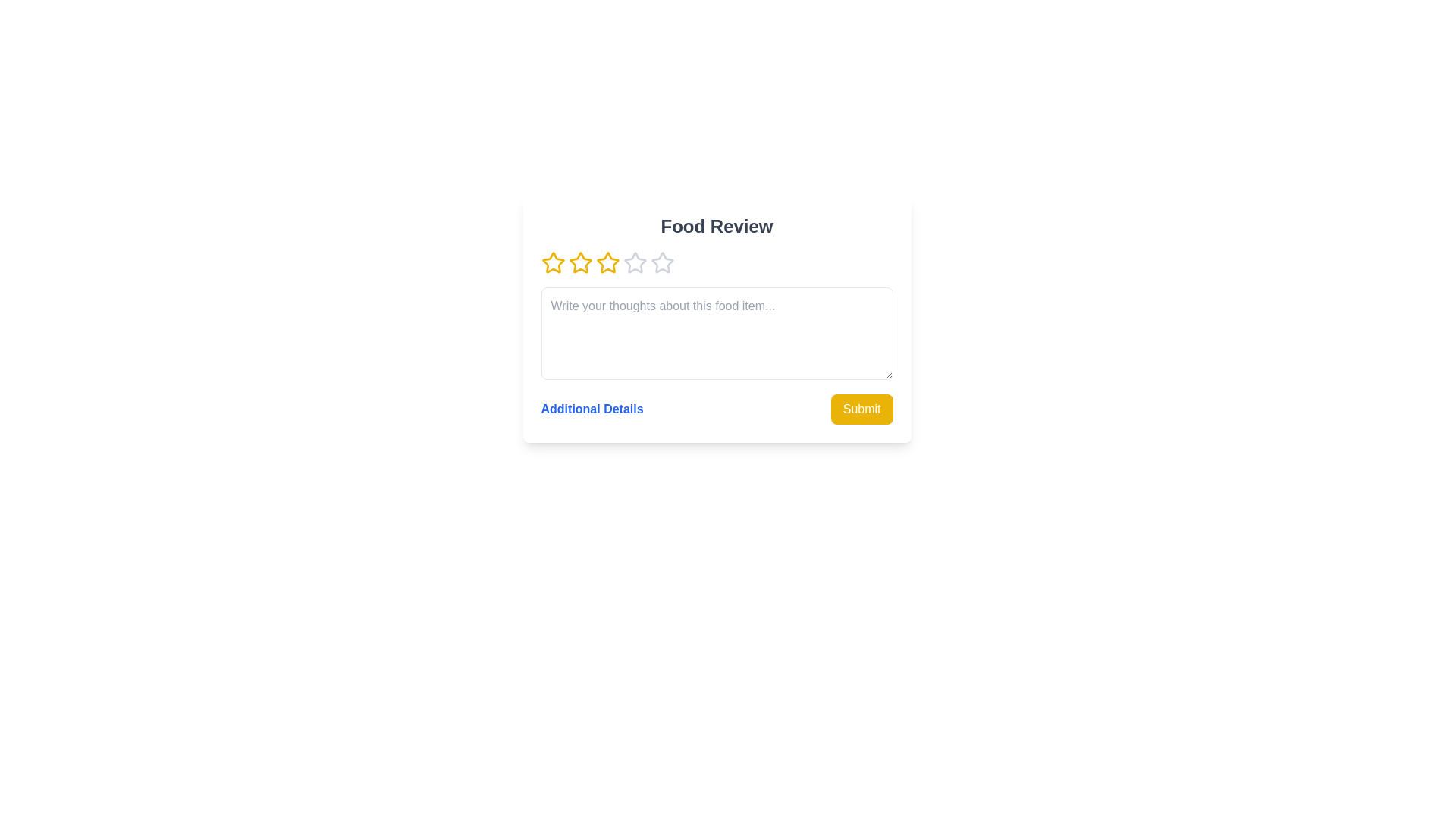  Describe the element at coordinates (607, 262) in the screenshot. I see `the star corresponding to 3 to preview the rating` at that location.